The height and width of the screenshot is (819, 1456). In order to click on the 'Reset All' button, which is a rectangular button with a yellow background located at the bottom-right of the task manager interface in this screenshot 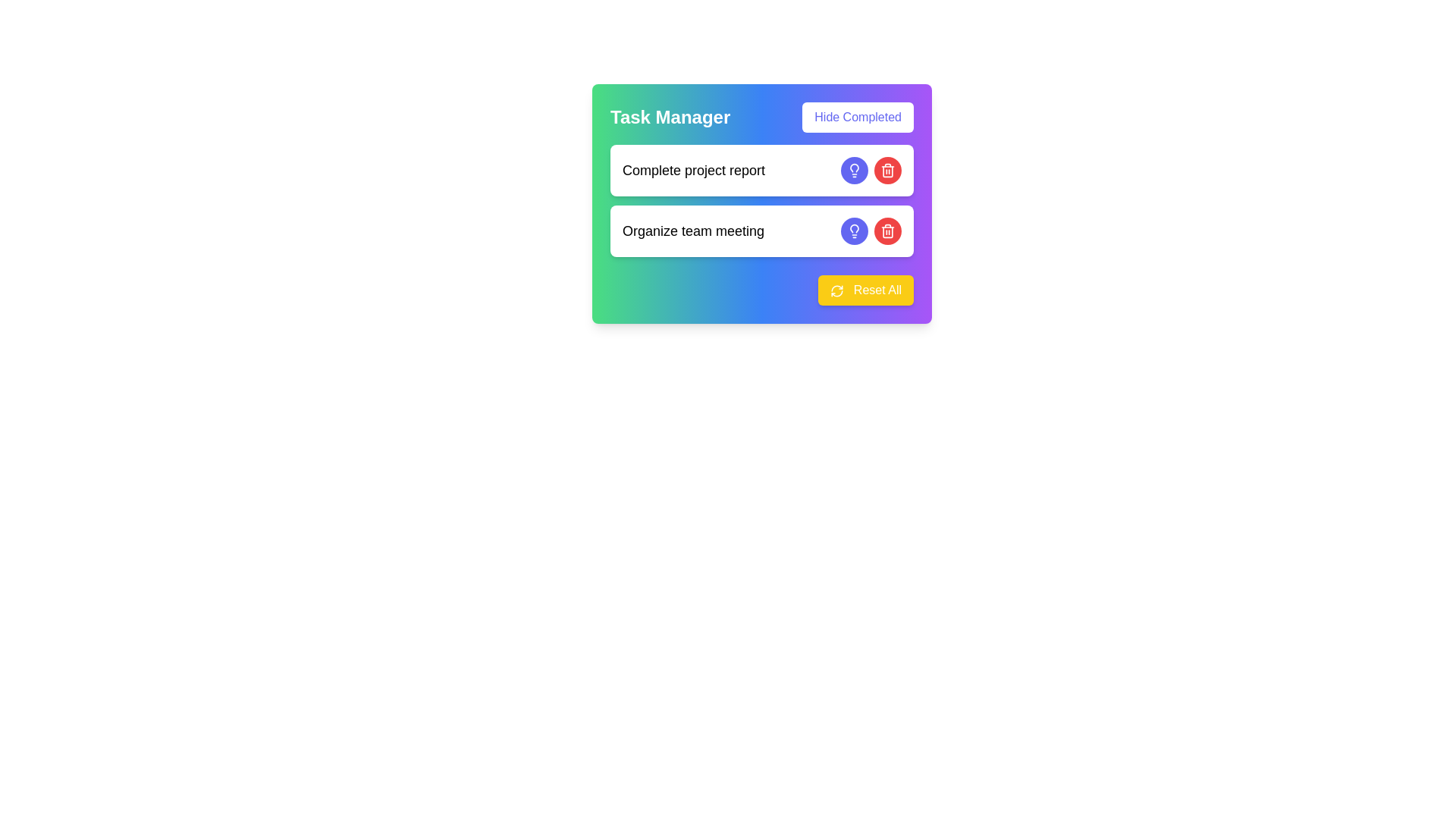, I will do `click(866, 290)`.